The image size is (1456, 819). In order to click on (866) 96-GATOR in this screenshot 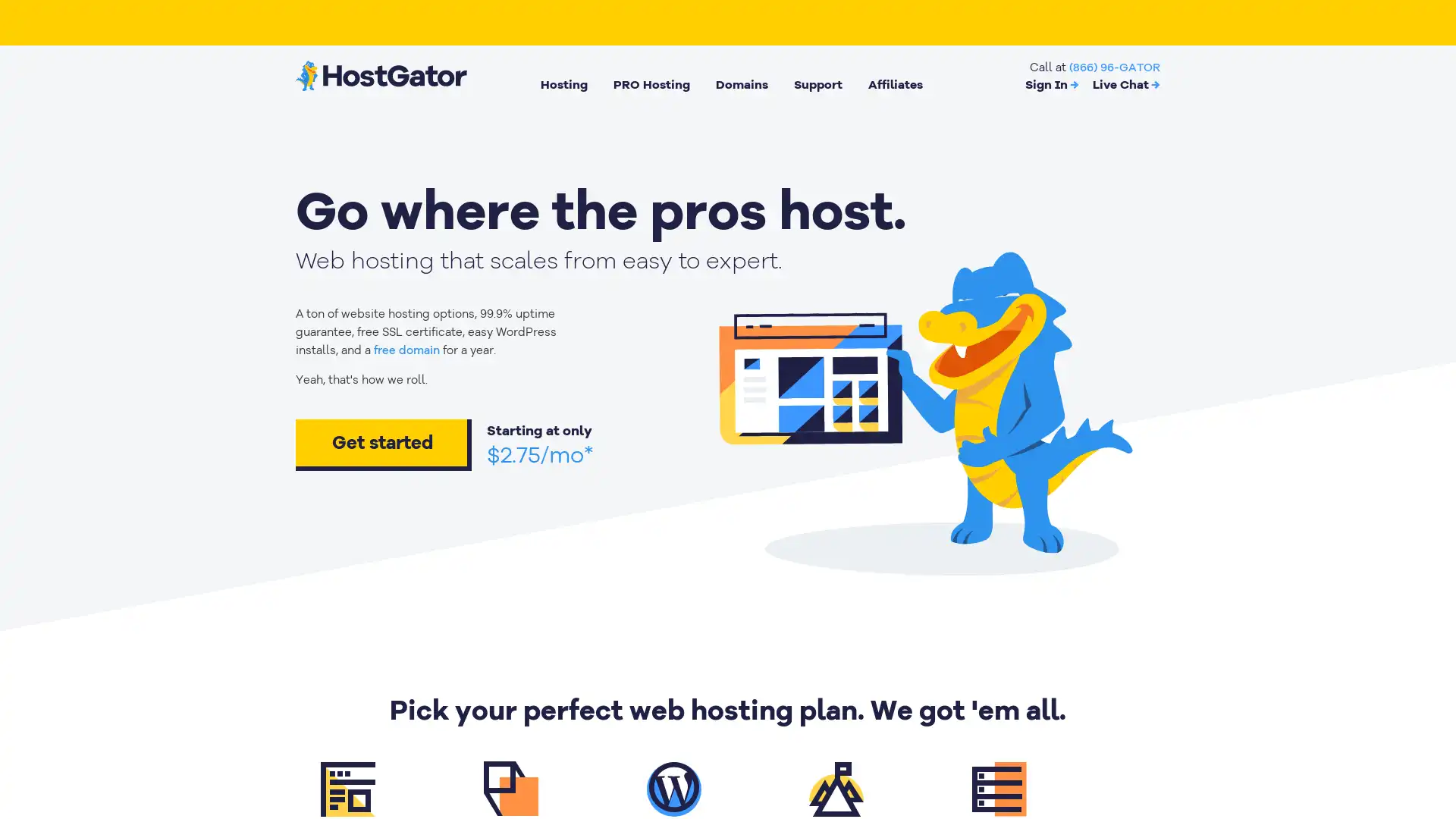, I will do `click(1114, 66)`.